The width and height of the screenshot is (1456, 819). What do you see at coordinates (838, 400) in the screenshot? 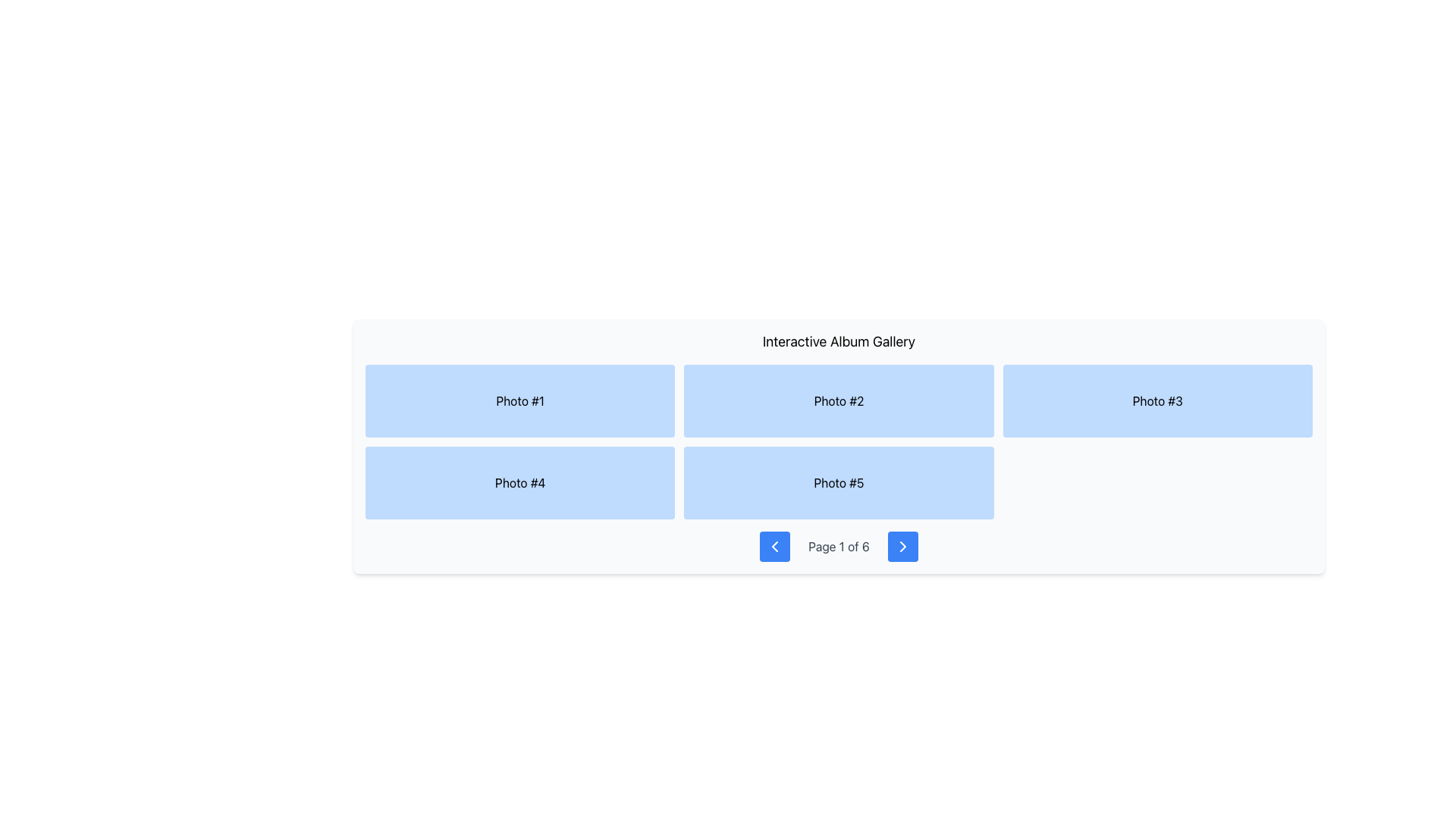
I see `the button labeled 'Photo #2', which is the second block in a grid layout with a soft blue background and rounded corners` at bounding box center [838, 400].